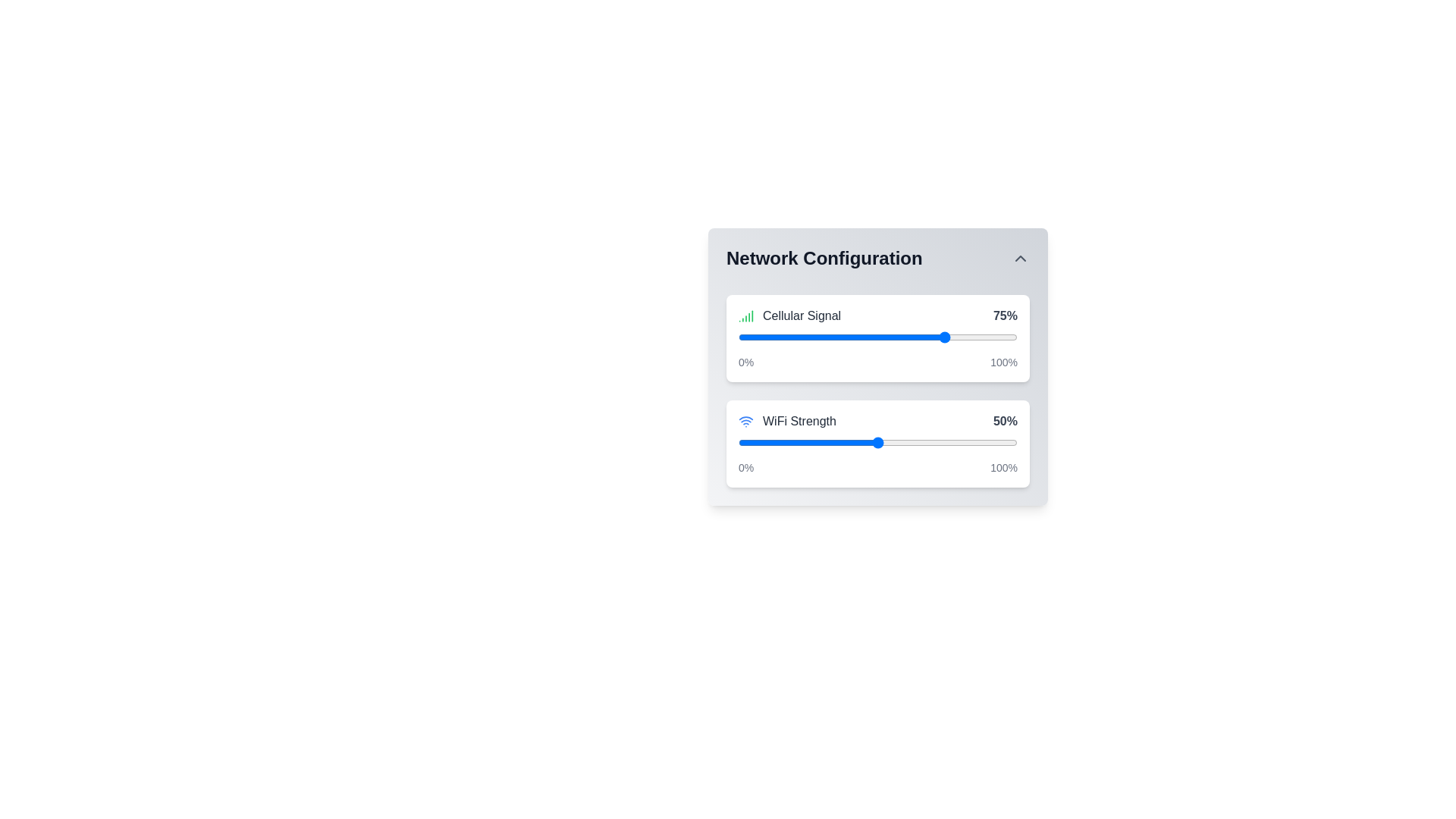  What do you see at coordinates (872, 336) in the screenshot?
I see `the Cellular Signal strength` at bounding box center [872, 336].